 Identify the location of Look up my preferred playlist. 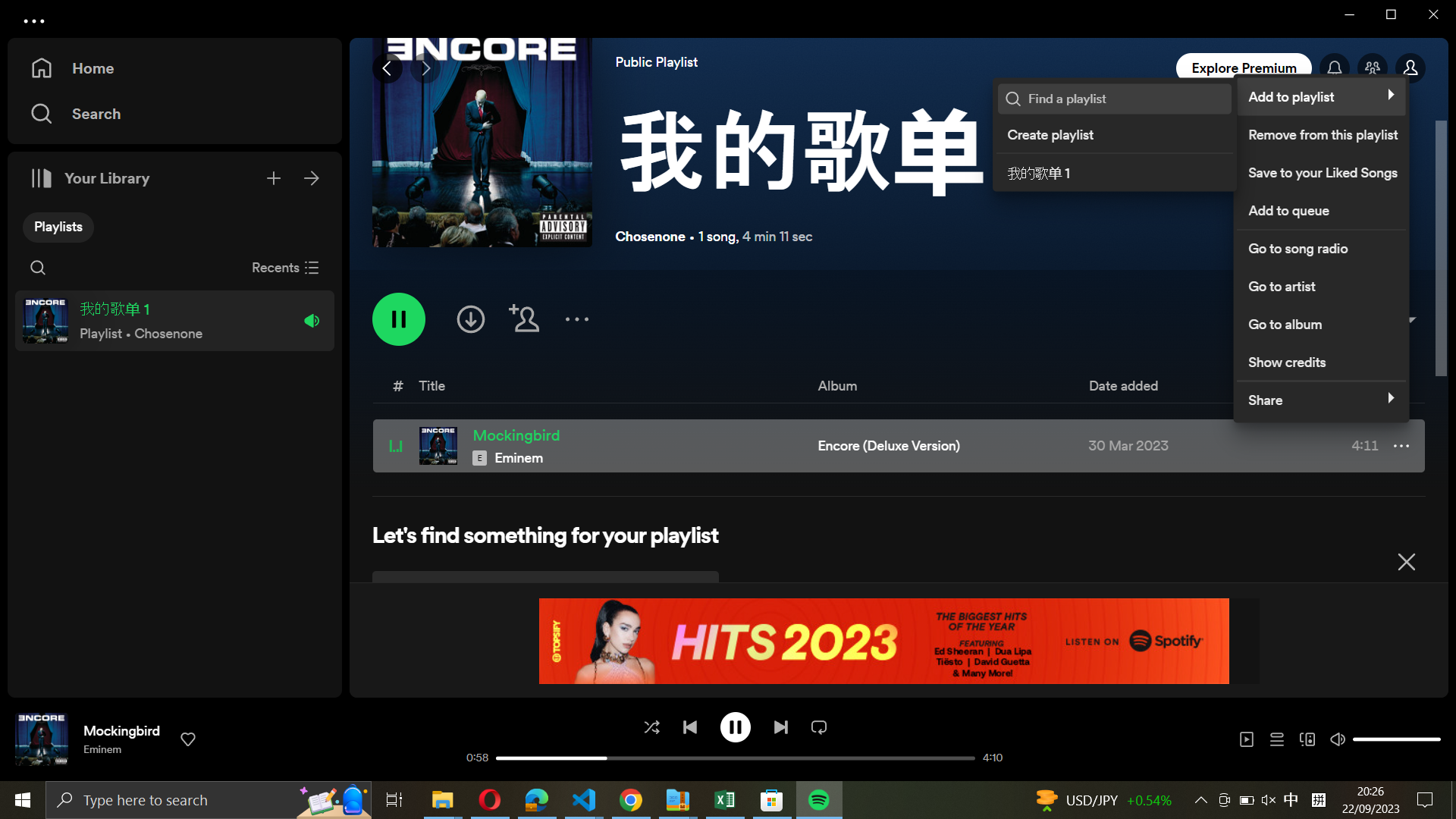
(1125, 99).